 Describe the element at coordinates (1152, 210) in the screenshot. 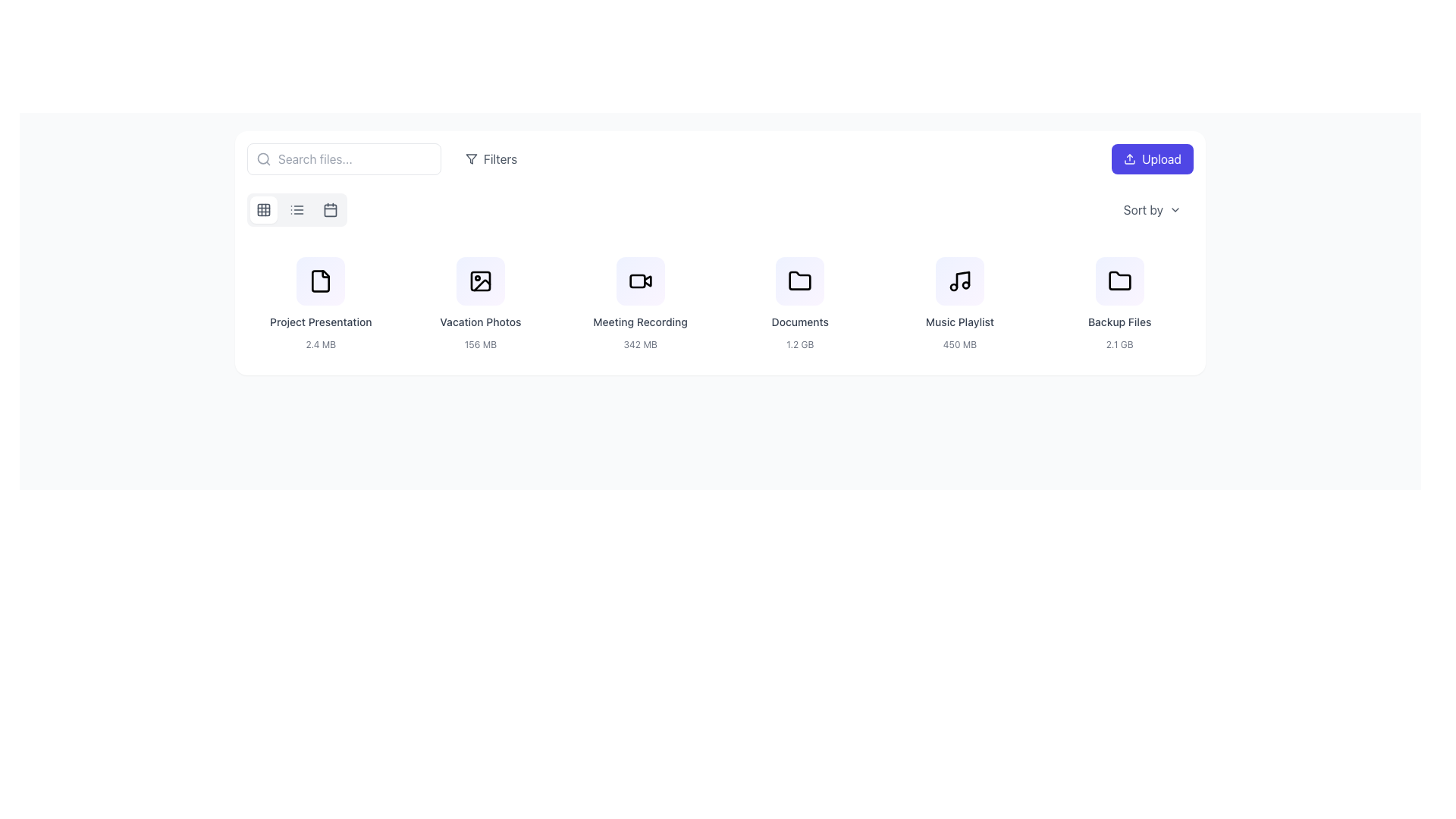

I see `the 'Sort by' dropdown menu trigger` at that location.